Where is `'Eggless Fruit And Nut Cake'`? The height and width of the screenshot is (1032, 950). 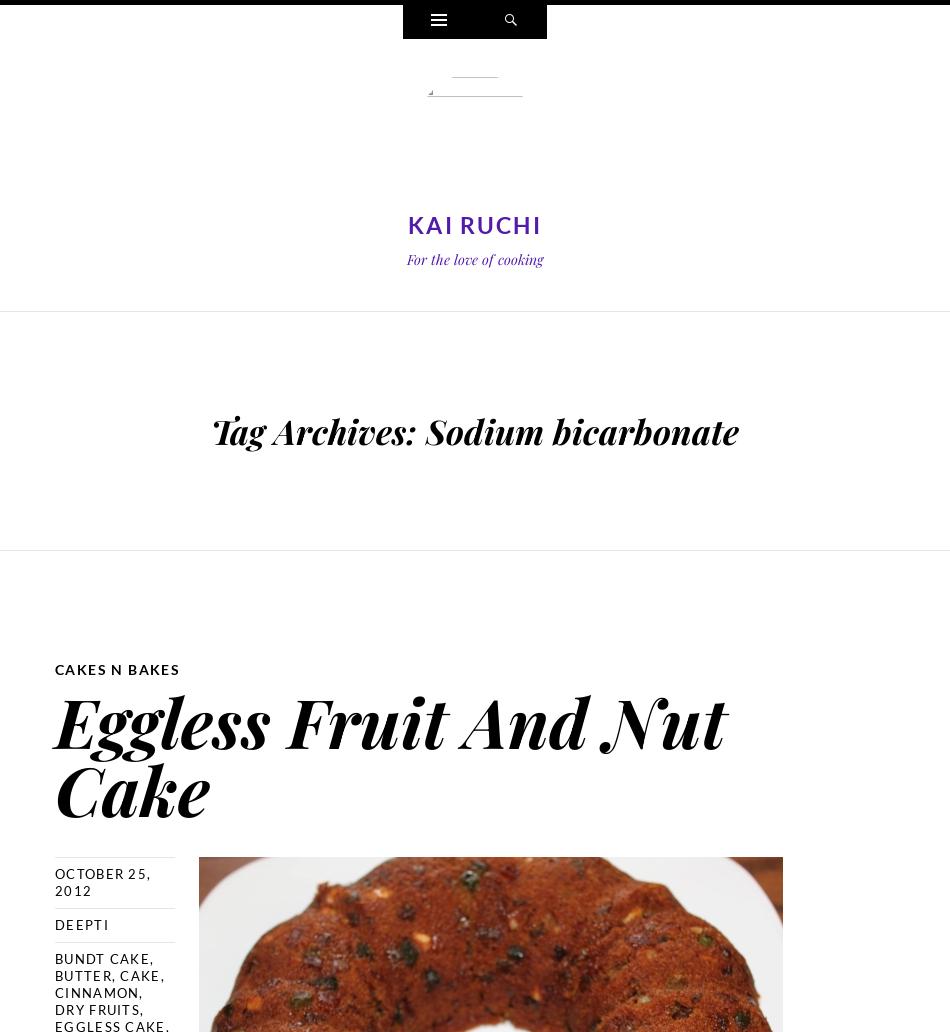
'Eggless Fruit And Nut Cake' is located at coordinates (389, 752).